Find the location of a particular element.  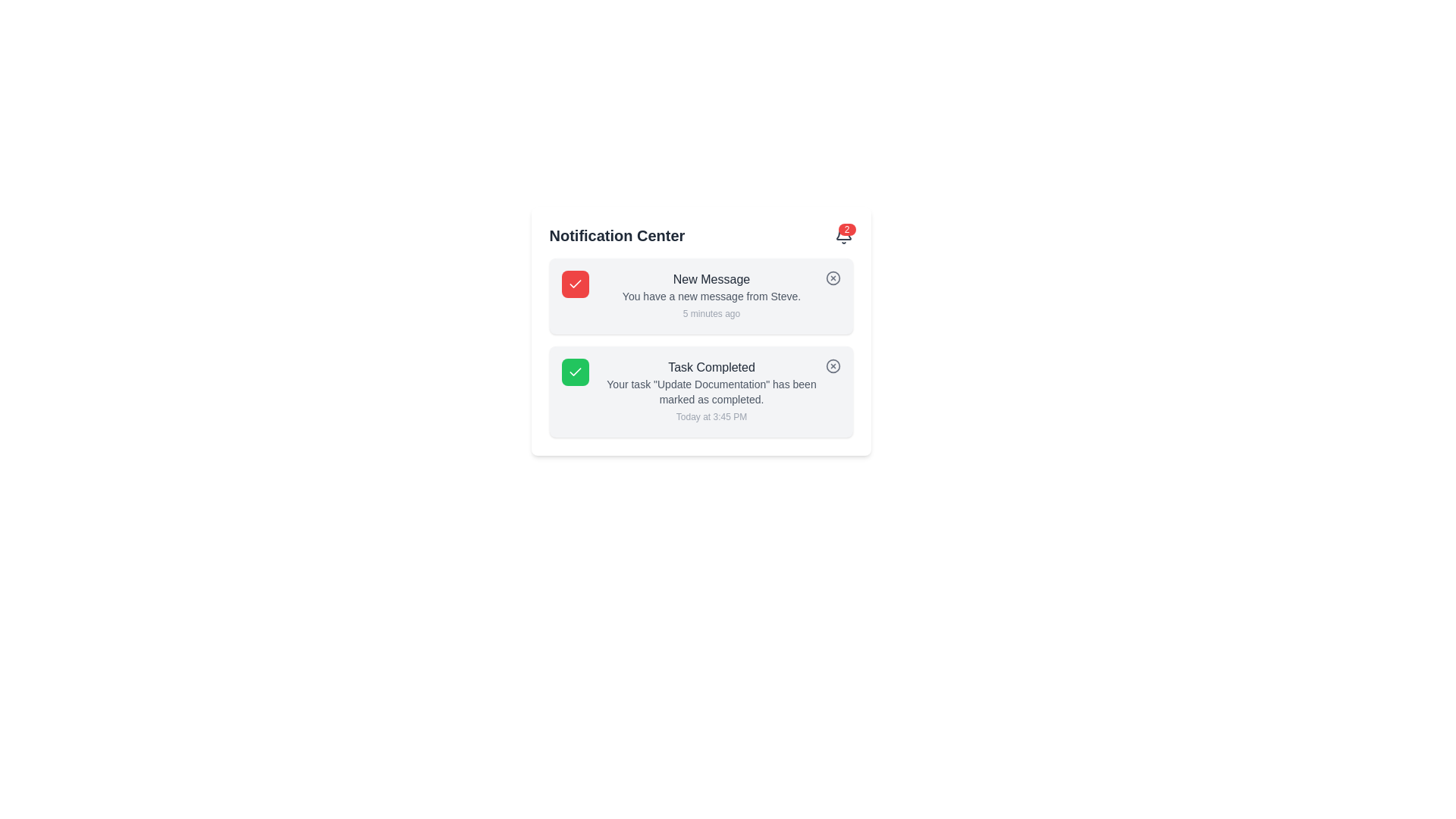

the green Icon Button with a white checkmark that signifies completion, located within the task completion notification card is located at coordinates (574, 372).